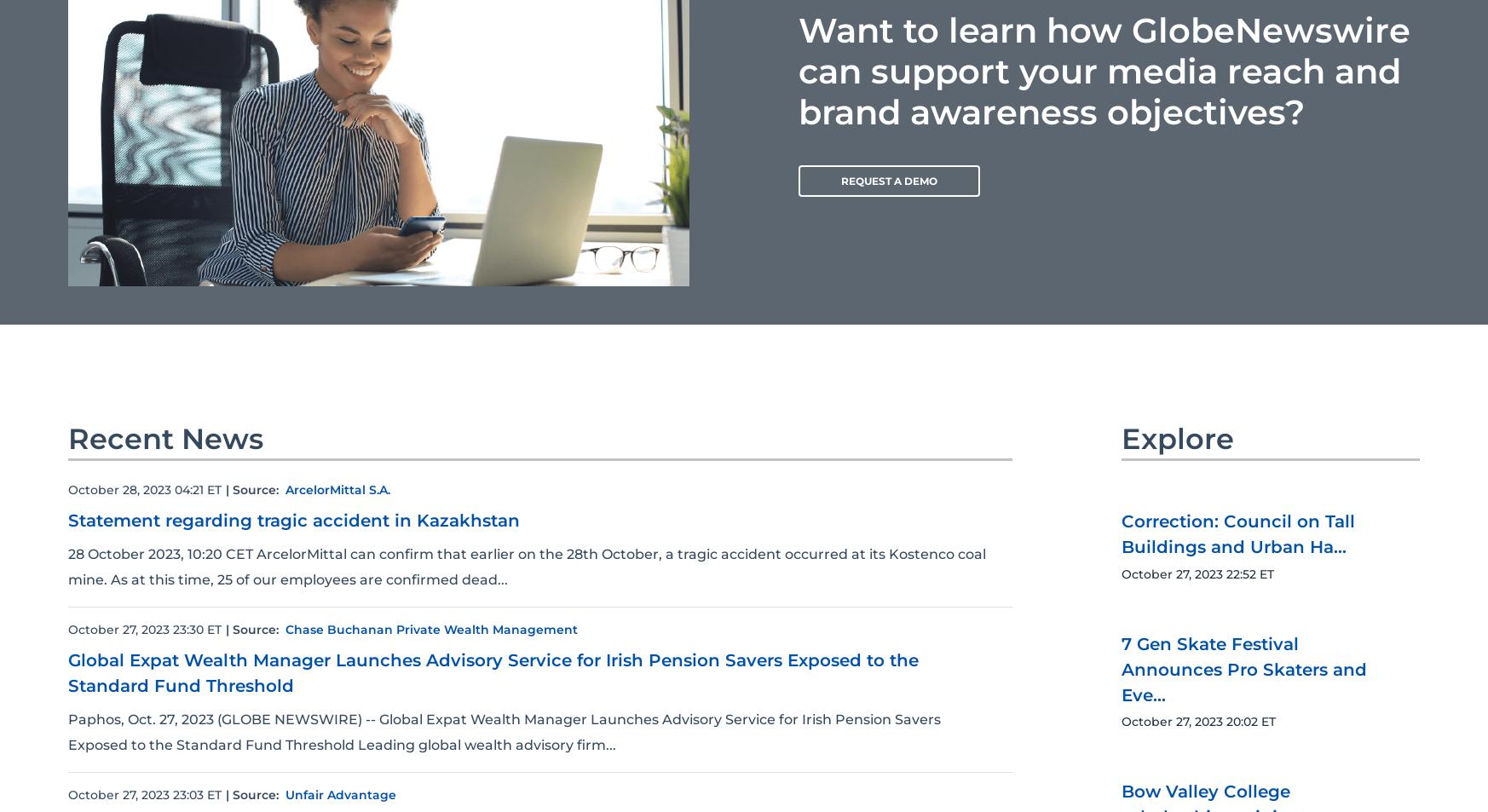 Image resolution: width=1488 pixels, height=812 pixels. What do you see at coordinates (492, 673) in the screenshot?
I see `'Global Expat Wealth Manager Launches Advisory Service for Irish Pension Savers Exposed to the Standard Fund Threshold'` at bounding box center [492, 673].